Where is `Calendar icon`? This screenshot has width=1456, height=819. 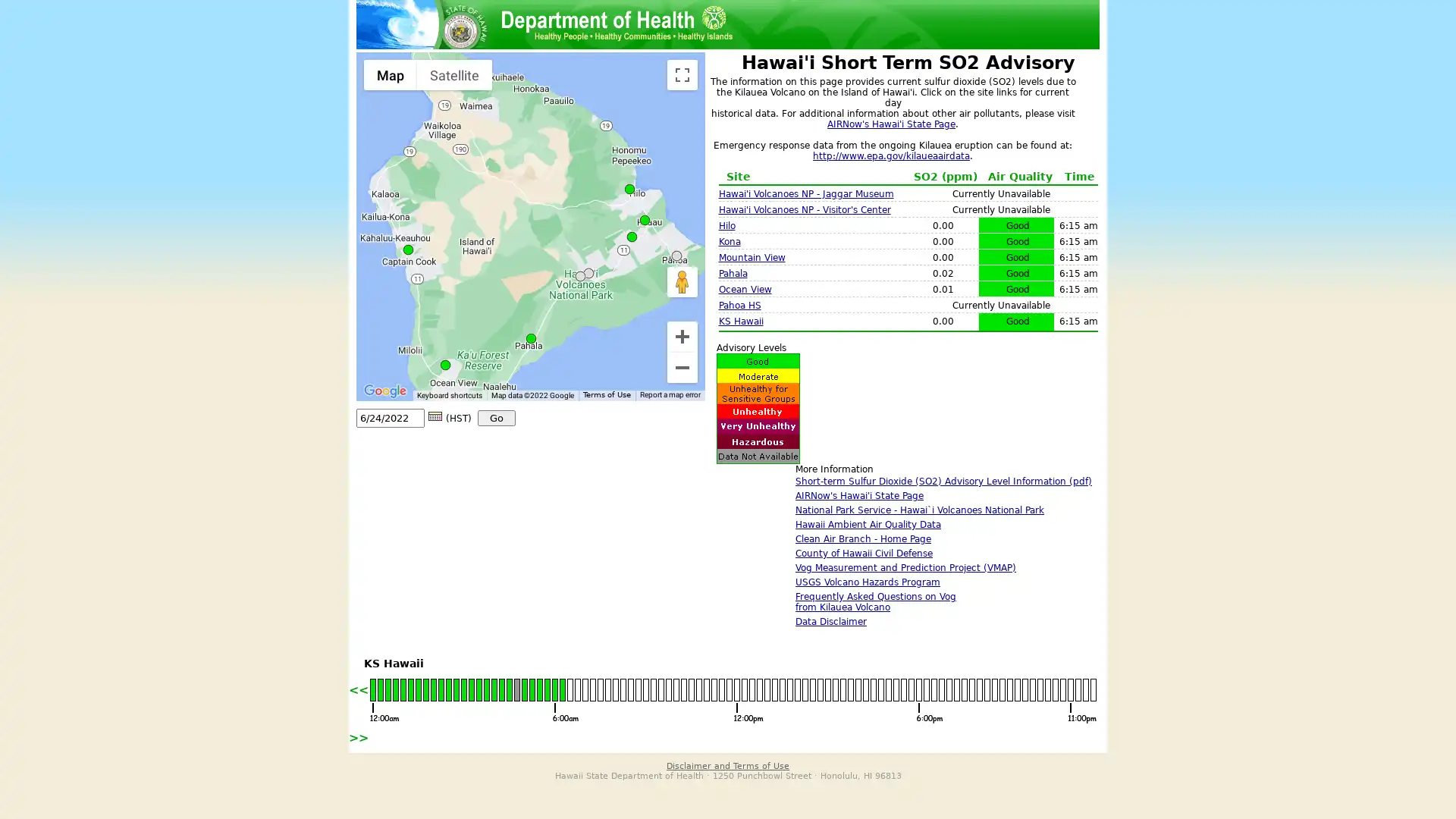 Calendar icon is located at coordinates (435, 416).